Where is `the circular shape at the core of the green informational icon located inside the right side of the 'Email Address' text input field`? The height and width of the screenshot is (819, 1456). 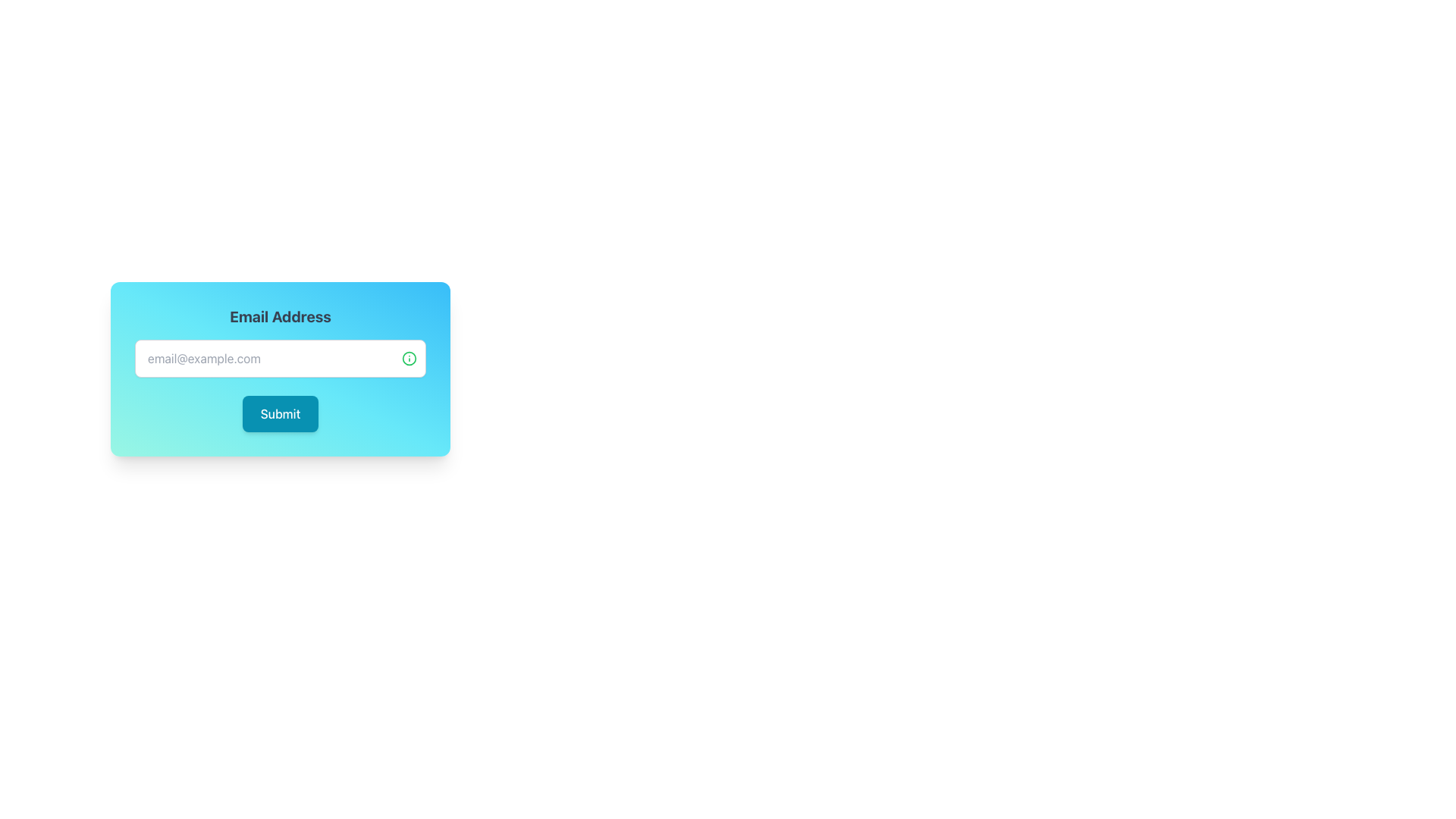
the circular shape at the core of the green informational icon located inside the right side of the 'Email Address' text input field is located at coordinates (409, 359).